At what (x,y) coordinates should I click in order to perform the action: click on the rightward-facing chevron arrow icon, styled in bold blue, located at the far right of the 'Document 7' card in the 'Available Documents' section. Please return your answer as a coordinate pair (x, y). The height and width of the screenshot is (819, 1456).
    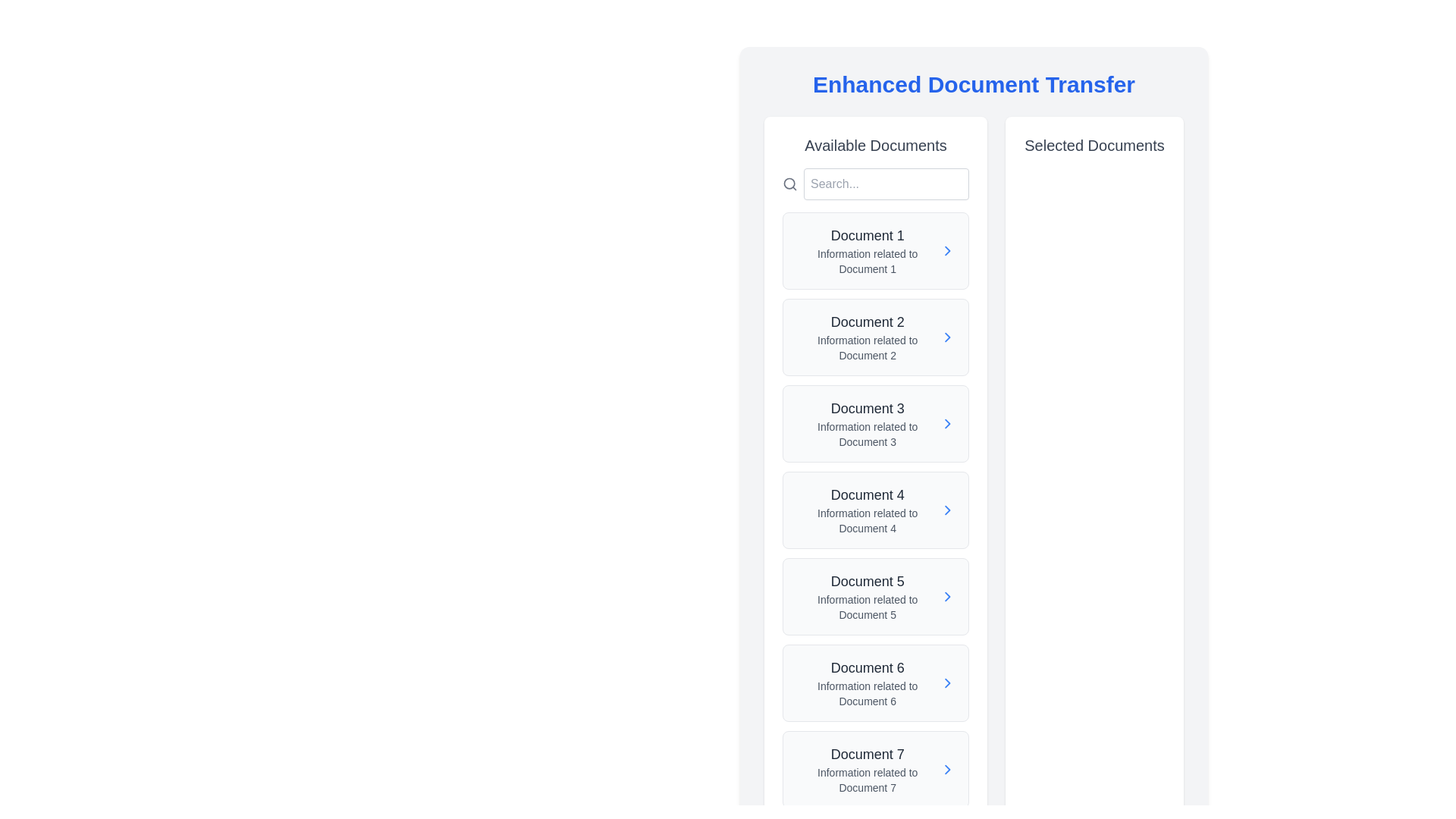
    Looking at the image, I should click on (946, 769).